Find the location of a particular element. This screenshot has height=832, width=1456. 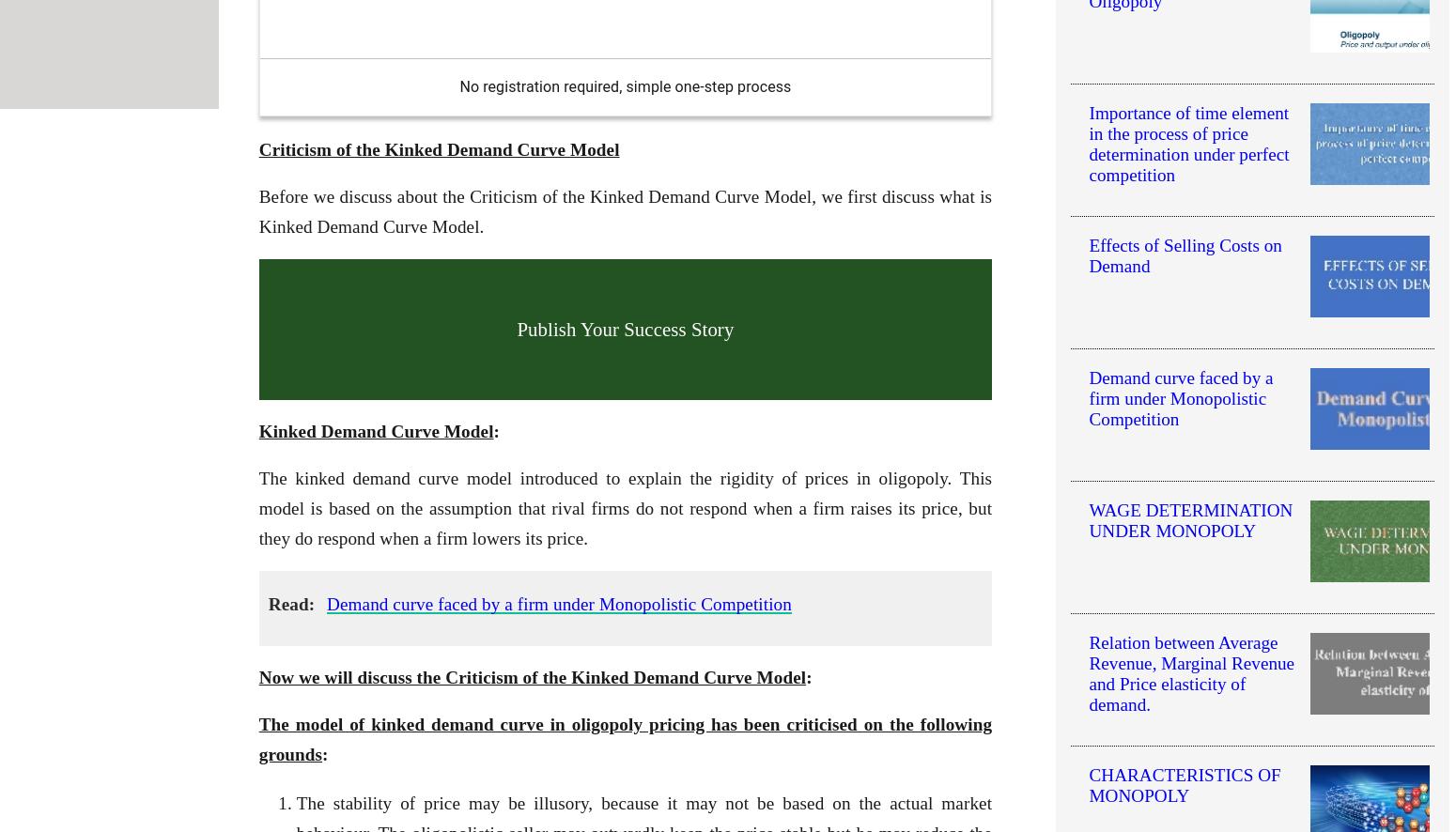

'Criticism of the Kinked Demand Curve Model' is located at coordinates (438, 148).